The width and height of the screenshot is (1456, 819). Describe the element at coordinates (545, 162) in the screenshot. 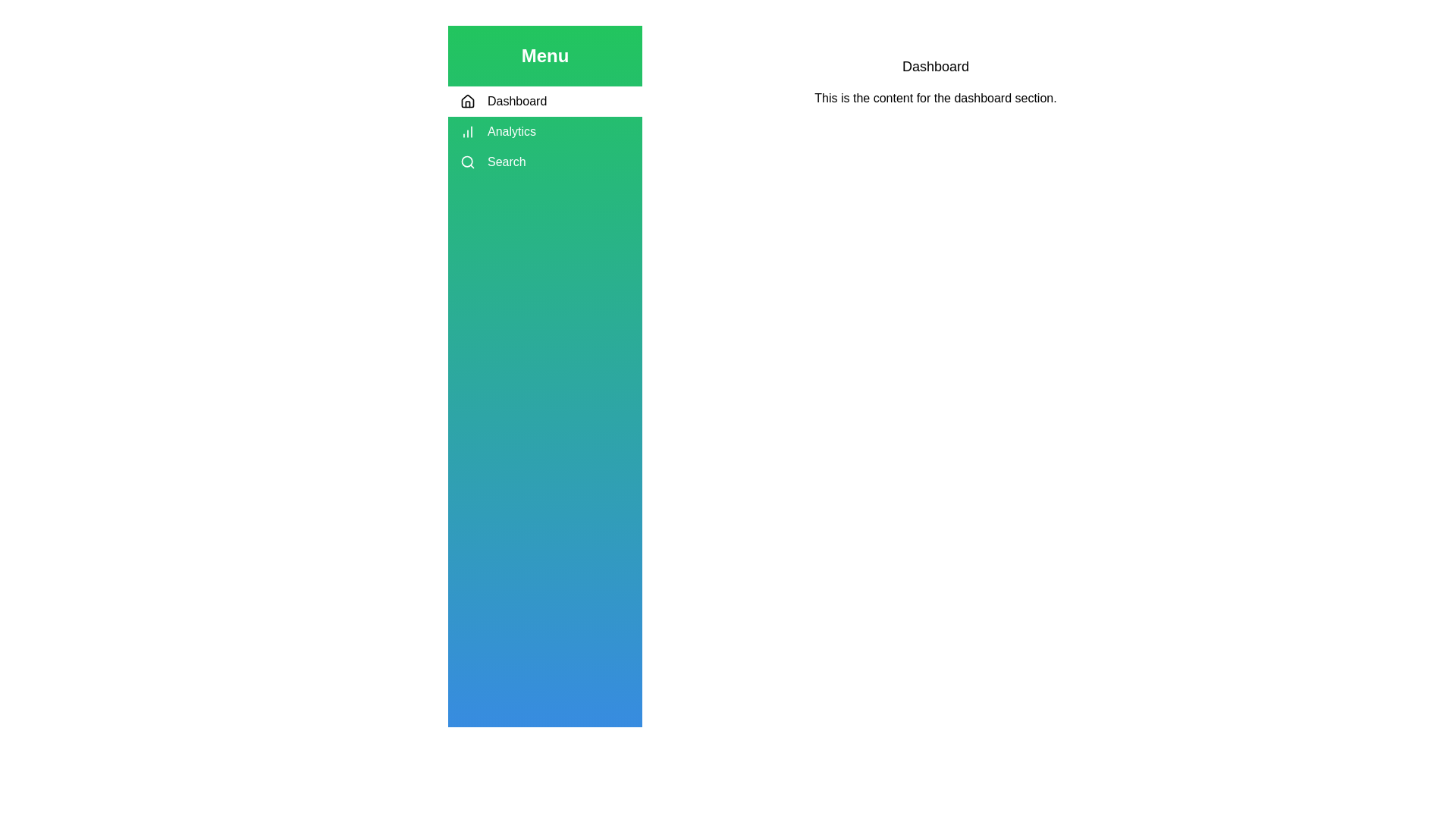

I see `the tab labeled Search to view its hover effects` at that location.